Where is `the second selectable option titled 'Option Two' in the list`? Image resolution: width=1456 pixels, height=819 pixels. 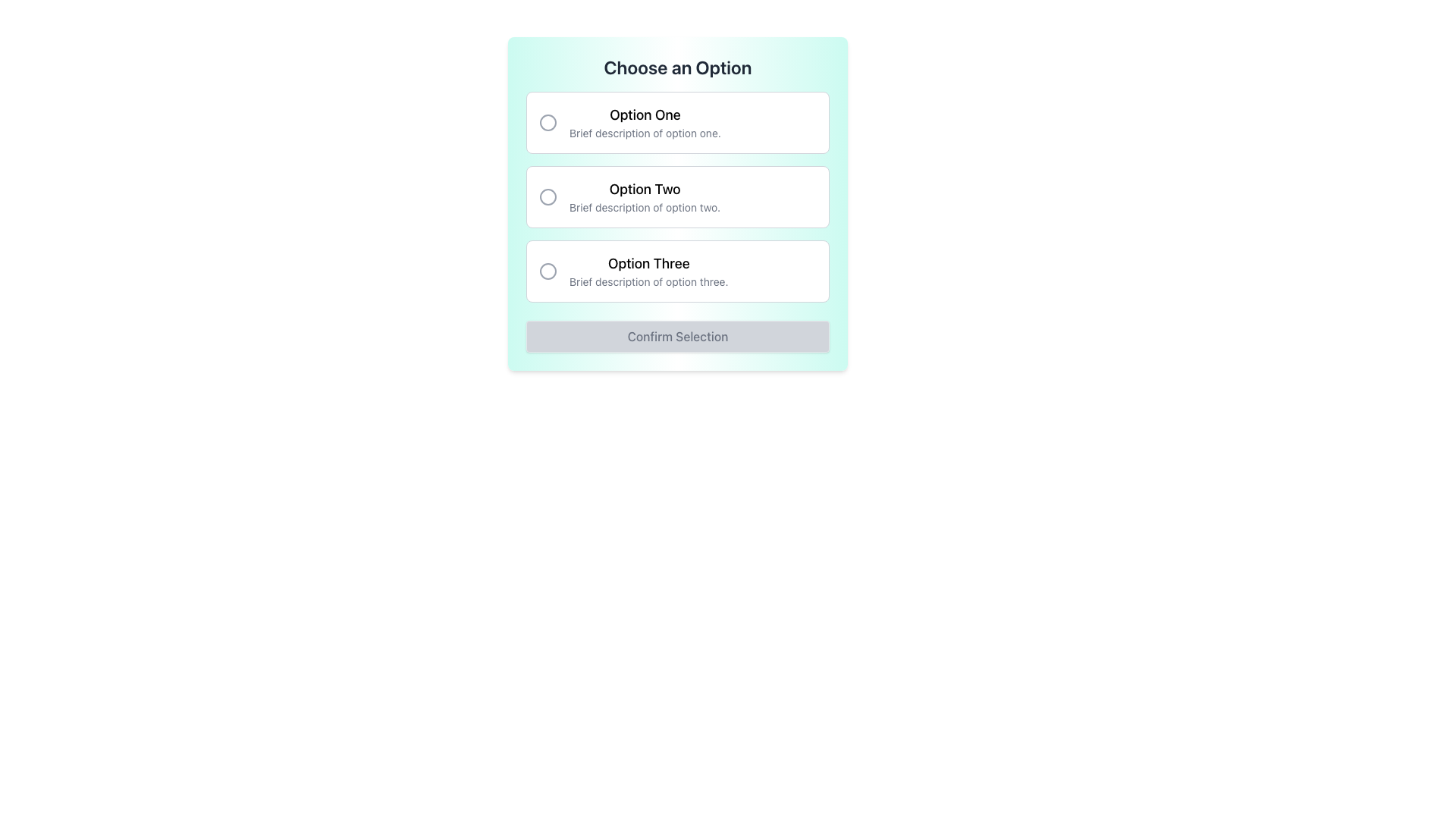 the second selectable option titled 'Option Two' in the list is located at coordinates (676, 196).